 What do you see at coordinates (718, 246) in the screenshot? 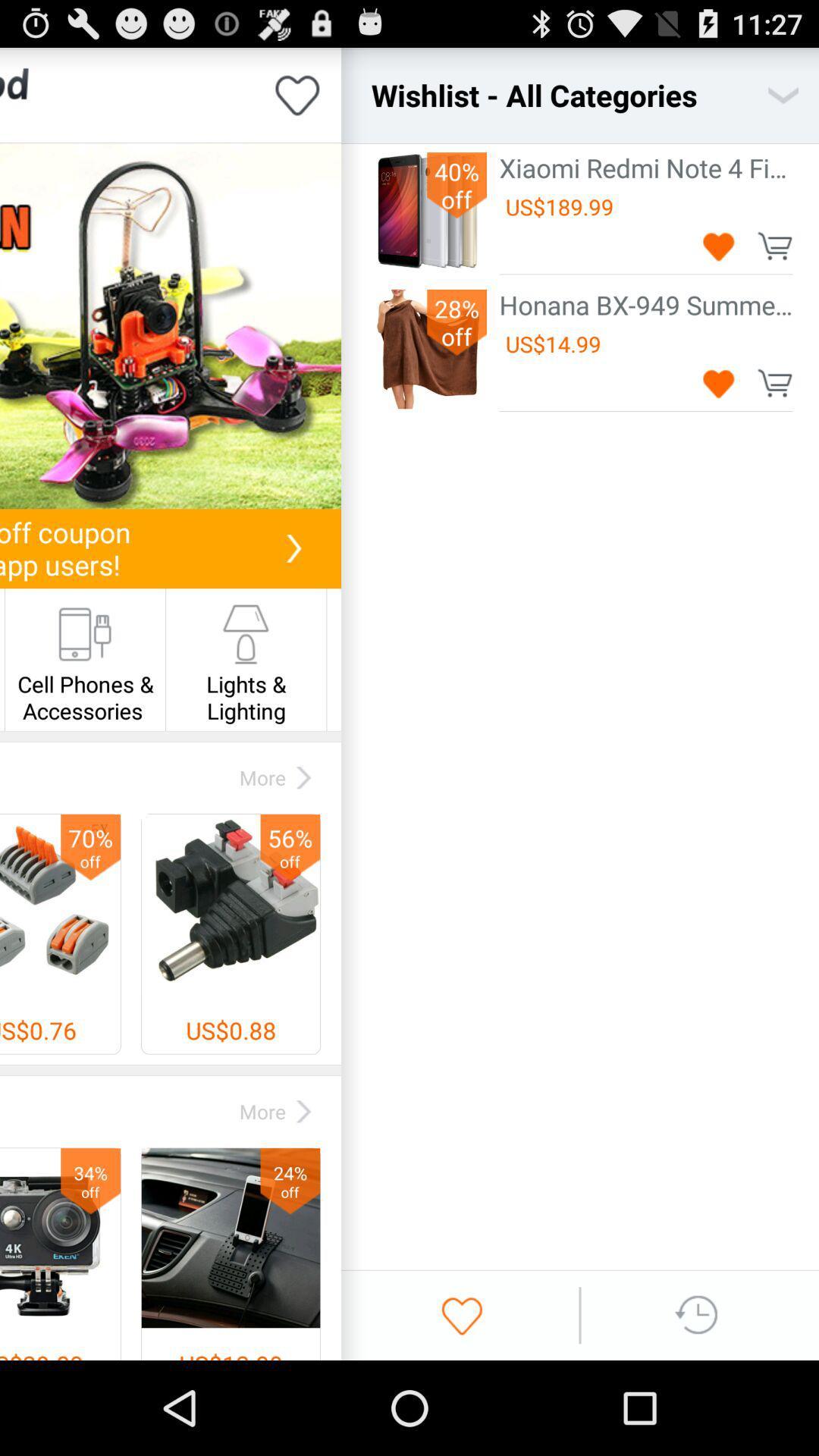
I see `item to your wishlist` at bounding box center [718, 246].